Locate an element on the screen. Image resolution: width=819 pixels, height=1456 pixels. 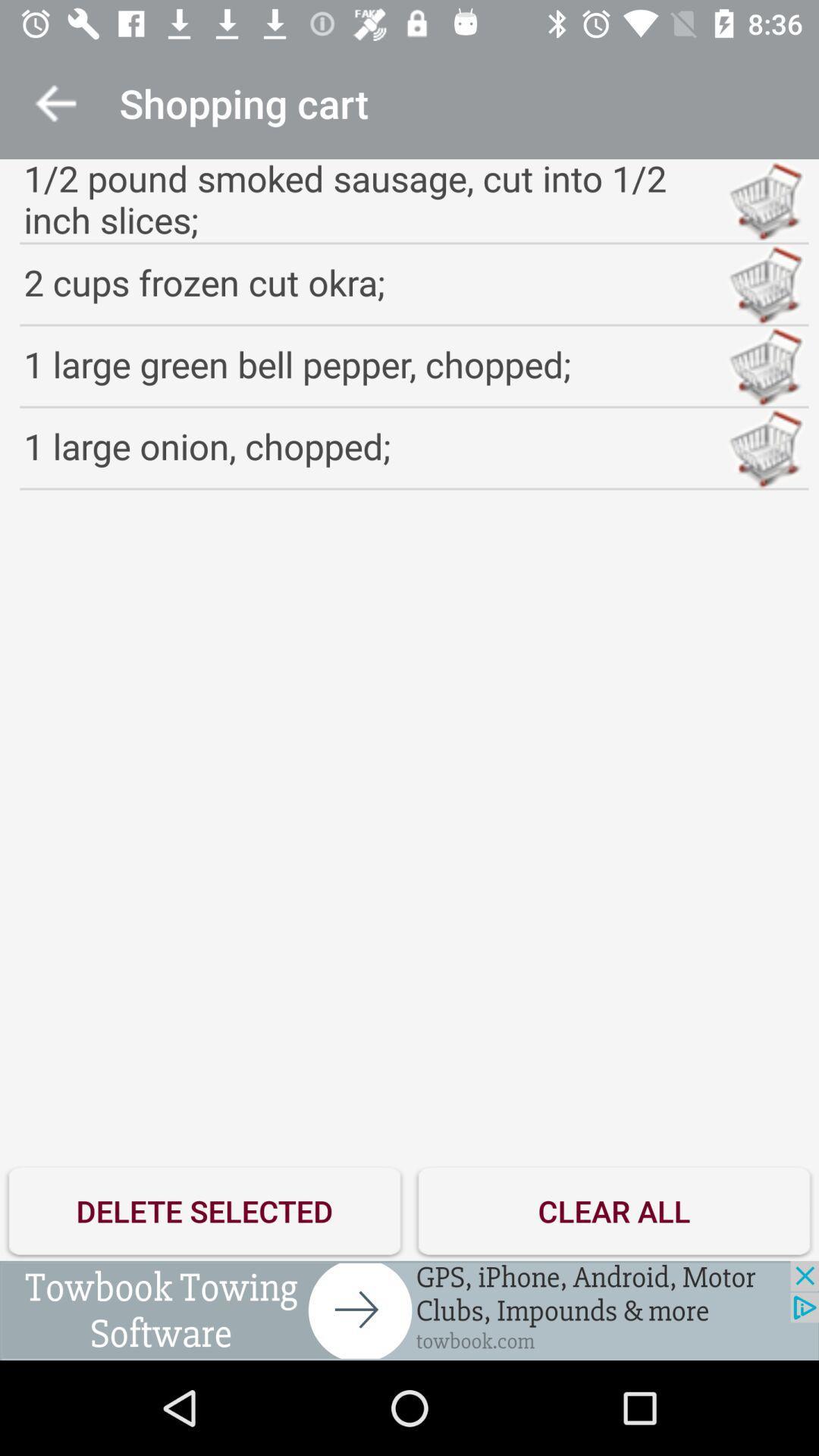
advertisement is located at coordinates (409, 1310).